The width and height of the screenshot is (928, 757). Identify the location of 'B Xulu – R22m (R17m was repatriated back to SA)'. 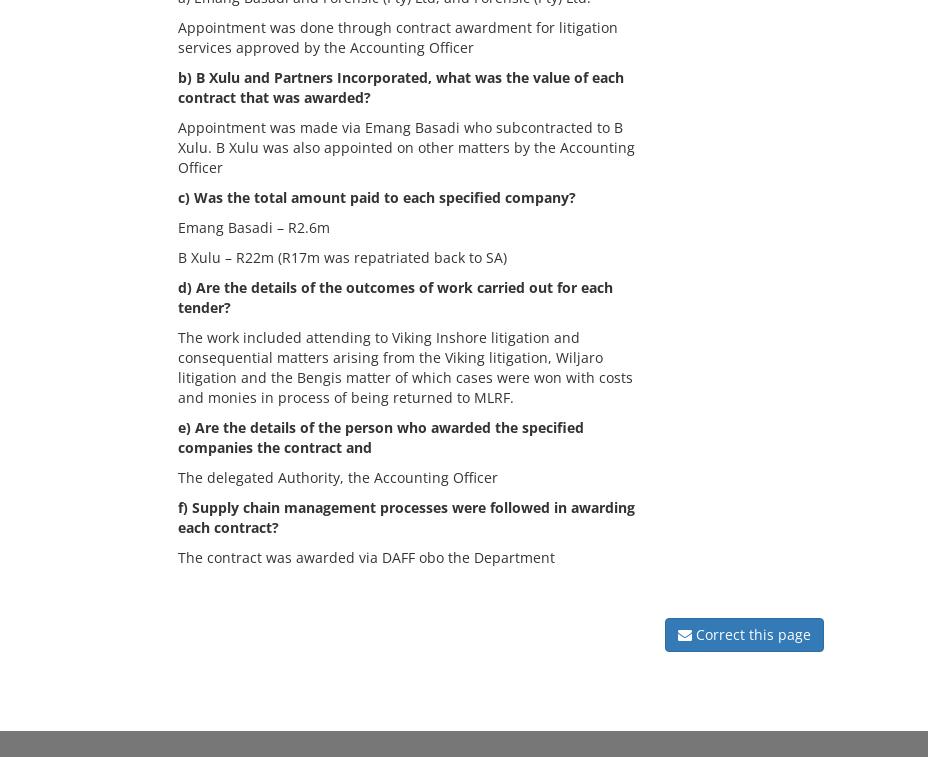
(177, 256).